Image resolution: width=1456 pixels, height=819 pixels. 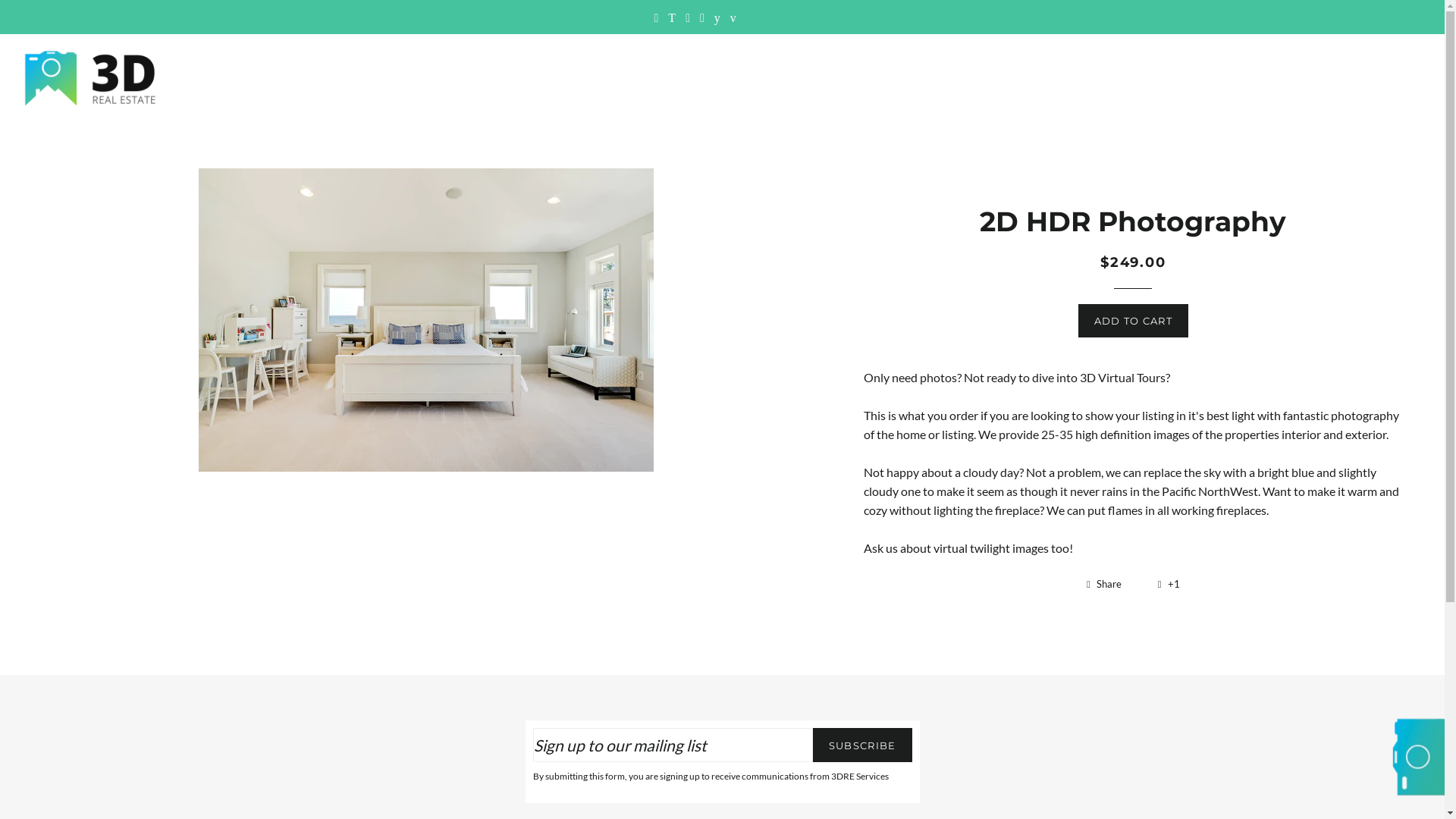 What do you see at coordinates (687, 17) in the screenshot?
I see `'3DRE Services on Instagram'` at bounding box center [687, 17].